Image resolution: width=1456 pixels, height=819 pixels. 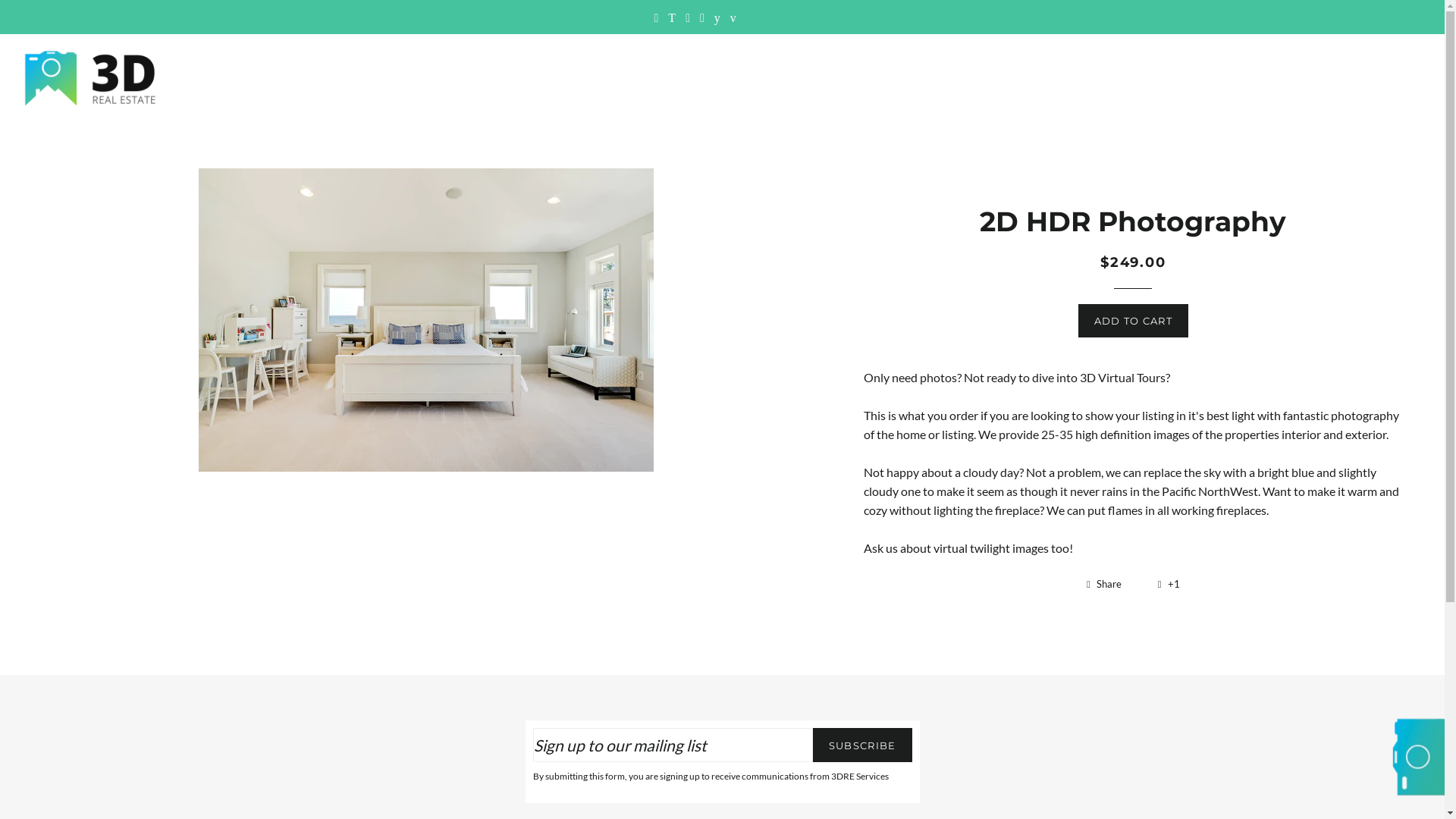 What do you see at coordinates (687, 17) in the screenshot?
I see `'3DRE Services on Instagram'` at bounding box center [687, 17].